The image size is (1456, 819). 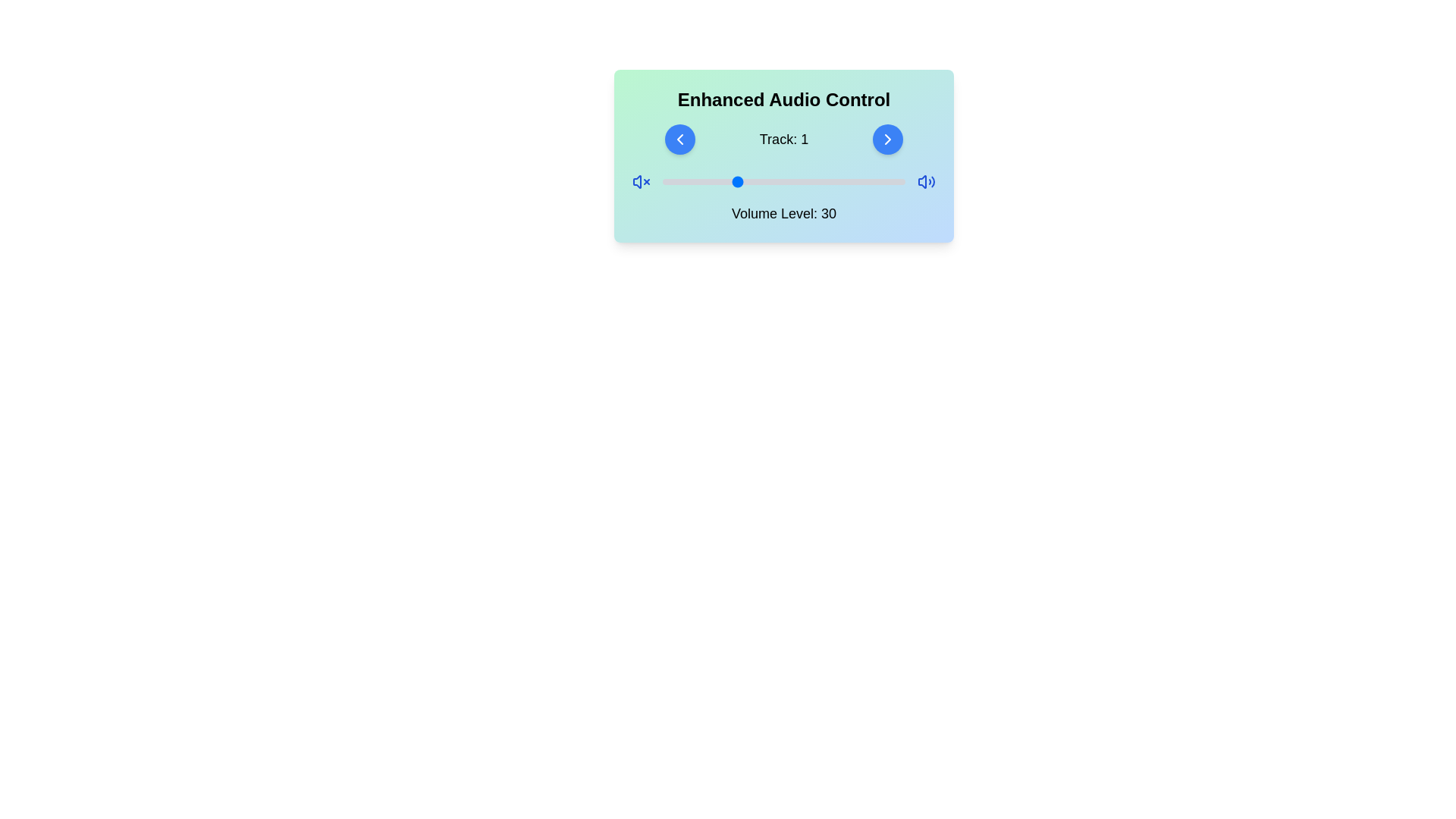 I want to click on the volume slider to set the volume to 84%, so click(x=866, y=180).